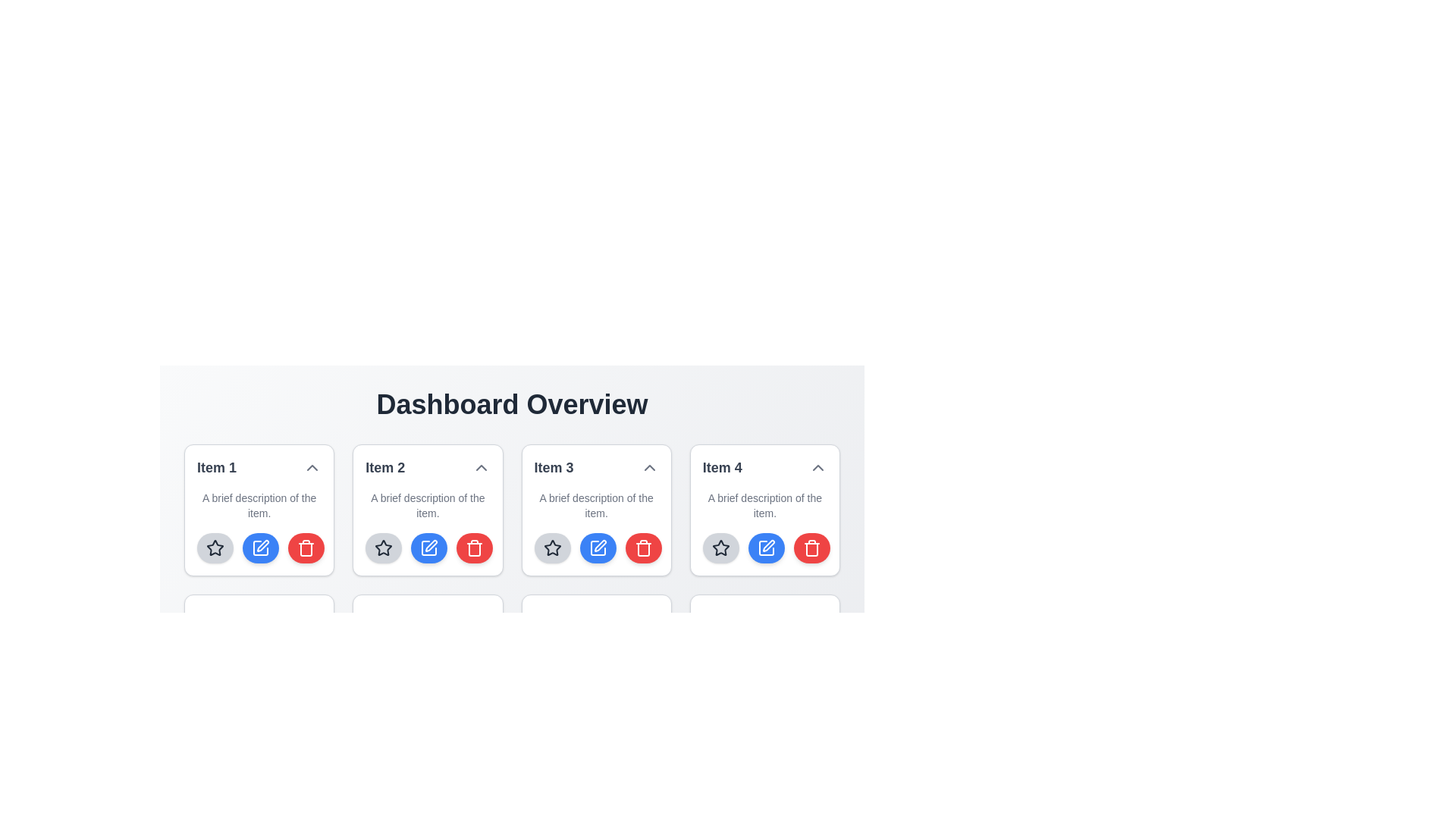  What do you see at coordinates (817, 467) in the screenshot?
I see `the upward-pointing chevron icon in the top-right corner of the 'Item 4' card` at bounding box center [817, 467].